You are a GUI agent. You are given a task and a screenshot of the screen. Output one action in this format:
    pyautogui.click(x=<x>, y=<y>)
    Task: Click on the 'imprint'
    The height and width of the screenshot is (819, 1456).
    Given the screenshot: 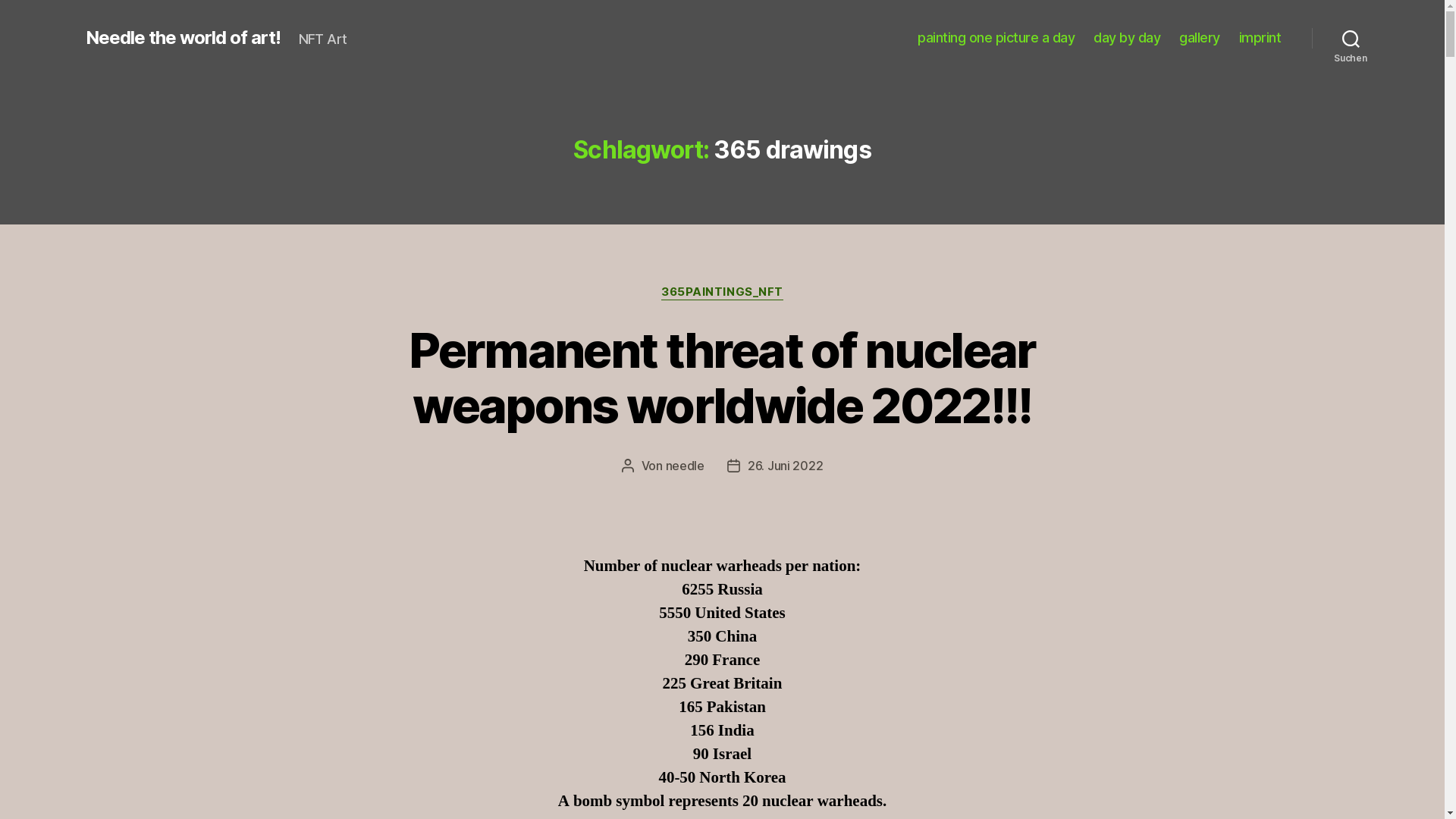 What is the action you would take?
    pyautogui.click(x=1260, y=37)
    